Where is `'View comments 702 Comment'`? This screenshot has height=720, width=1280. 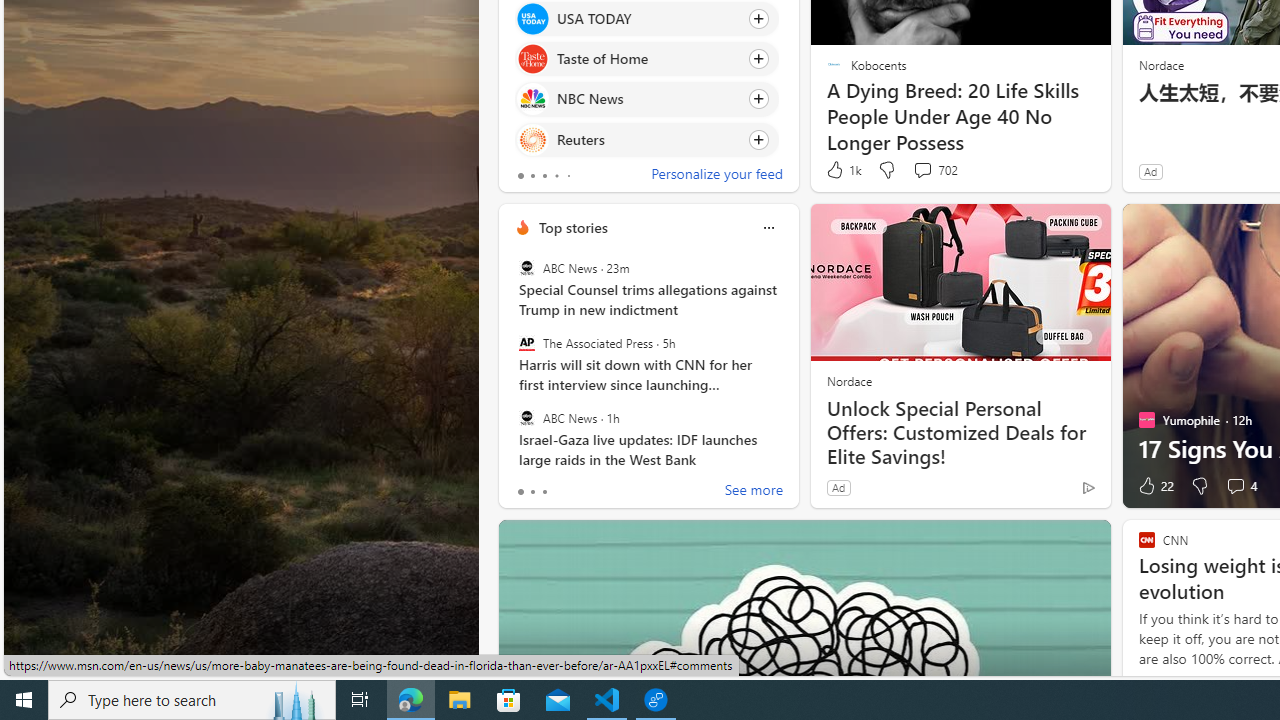
'View comments 702 Comment' is located at coordinates (921, 168).